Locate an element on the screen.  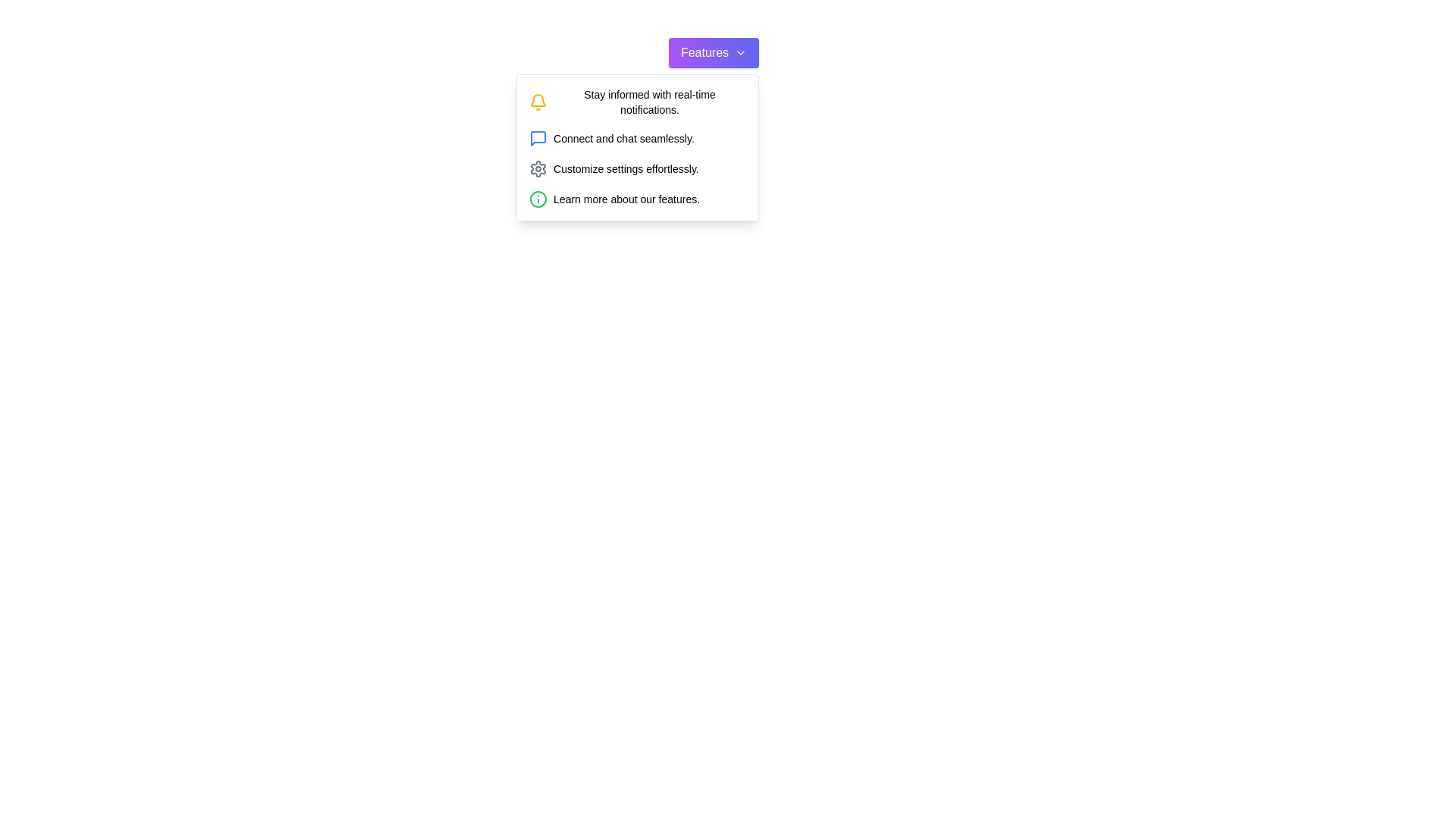
the blue speech bubble icon that is part of a vertical list of icons and texts, located in the right section of a dropdown-style informational card is located at coordinates (538, 138).